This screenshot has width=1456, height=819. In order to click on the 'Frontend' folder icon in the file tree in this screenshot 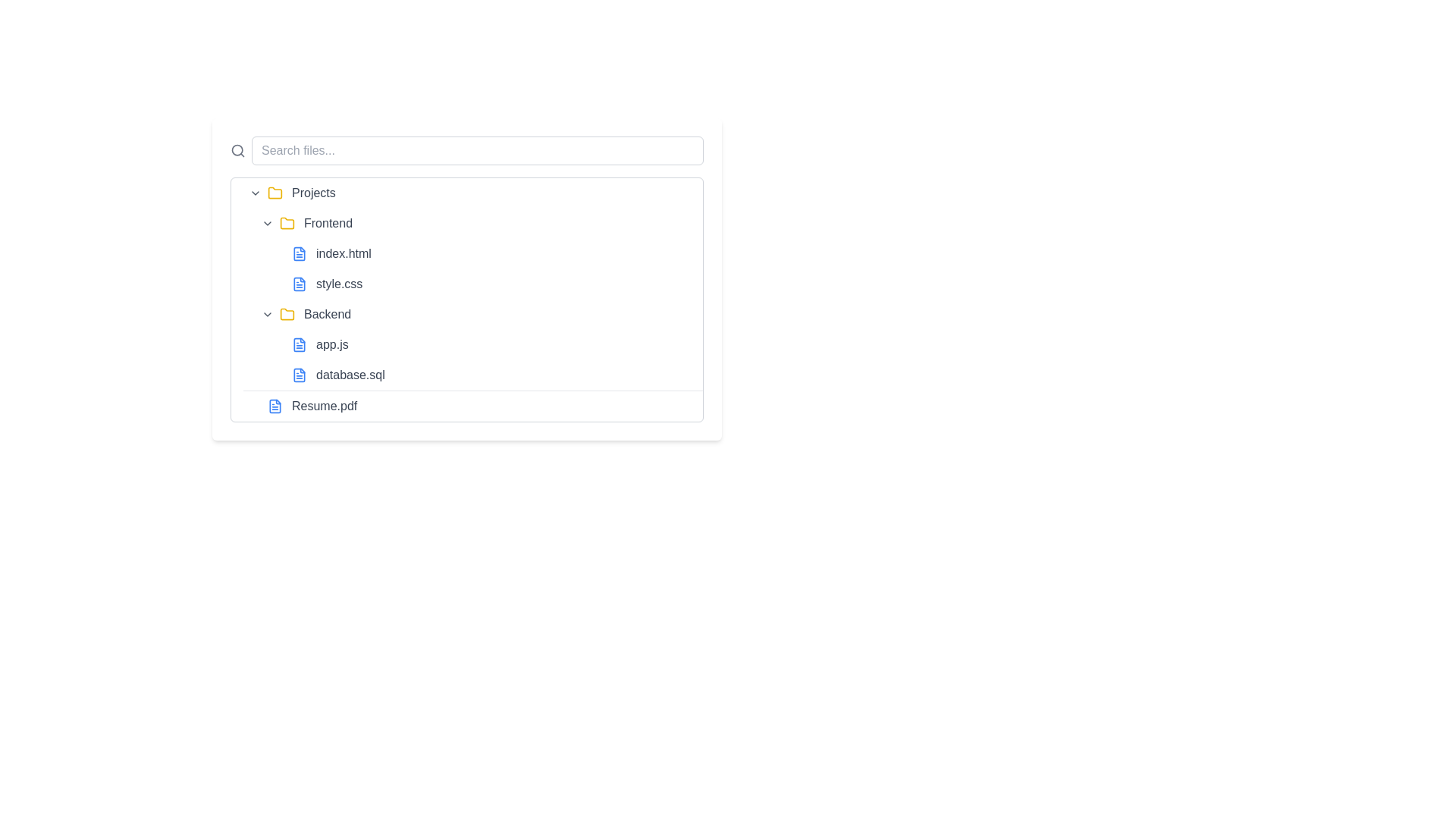, I will do `click(287, 222)`.